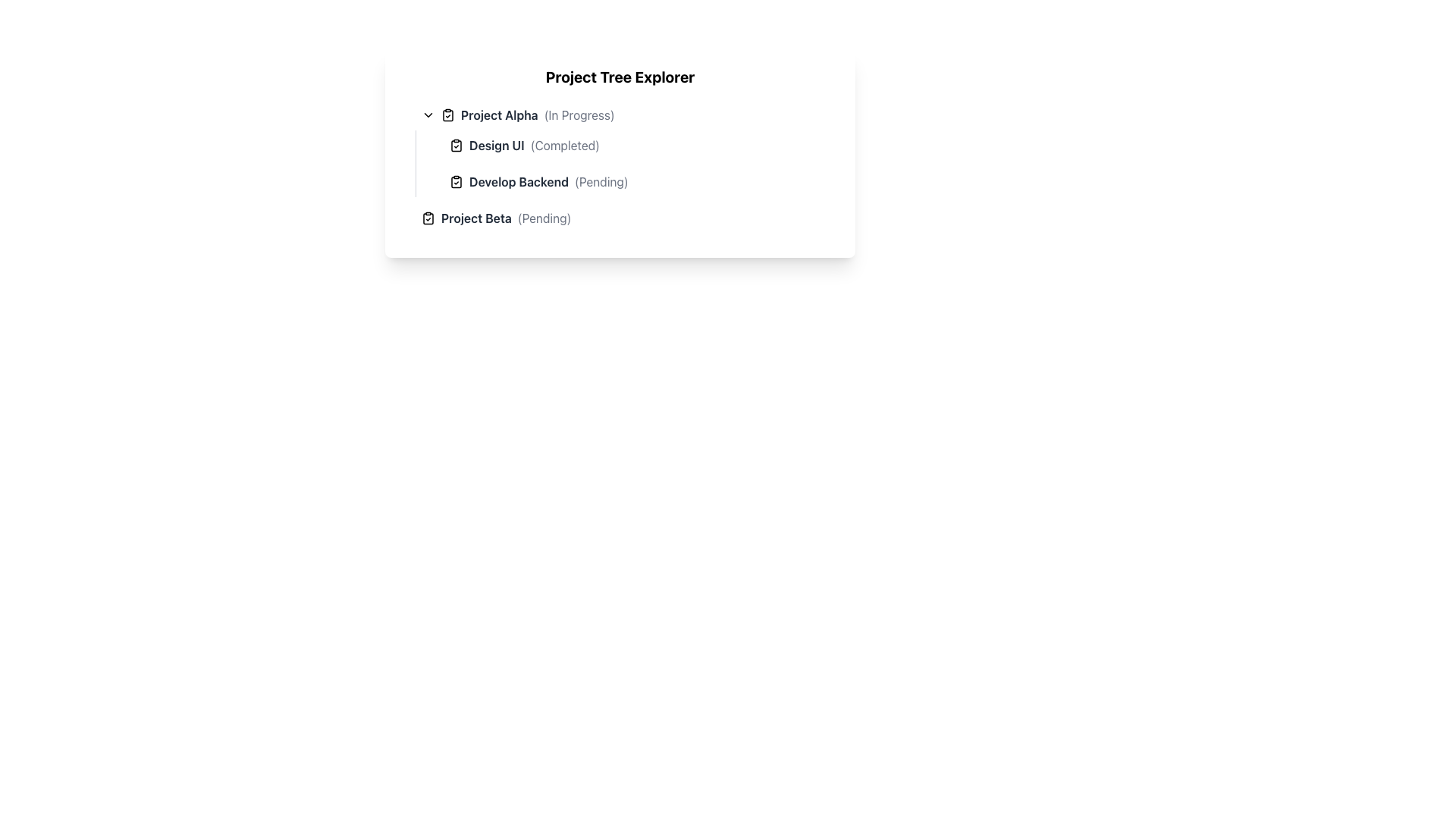 This screenshot has height=819, width=1456. Describe the element at coordinates (497, 146) in the screenshot. I see `the text label reading 'Design UI' which is styled in bold dark gray and positioned within the 'Project Alpha' section, aligned left and followed by '(Completed)'` at that location.